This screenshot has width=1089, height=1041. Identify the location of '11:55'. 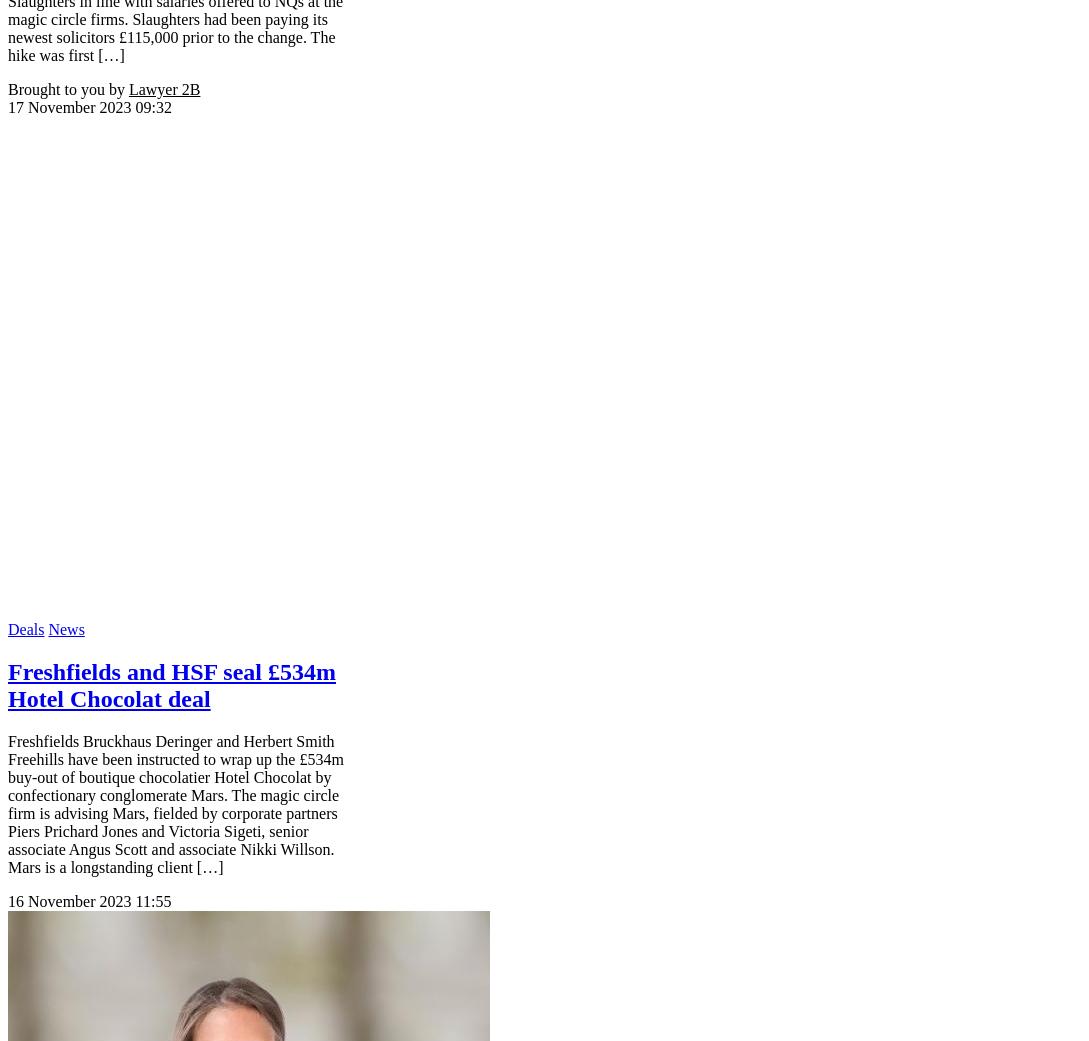
(153, 899).